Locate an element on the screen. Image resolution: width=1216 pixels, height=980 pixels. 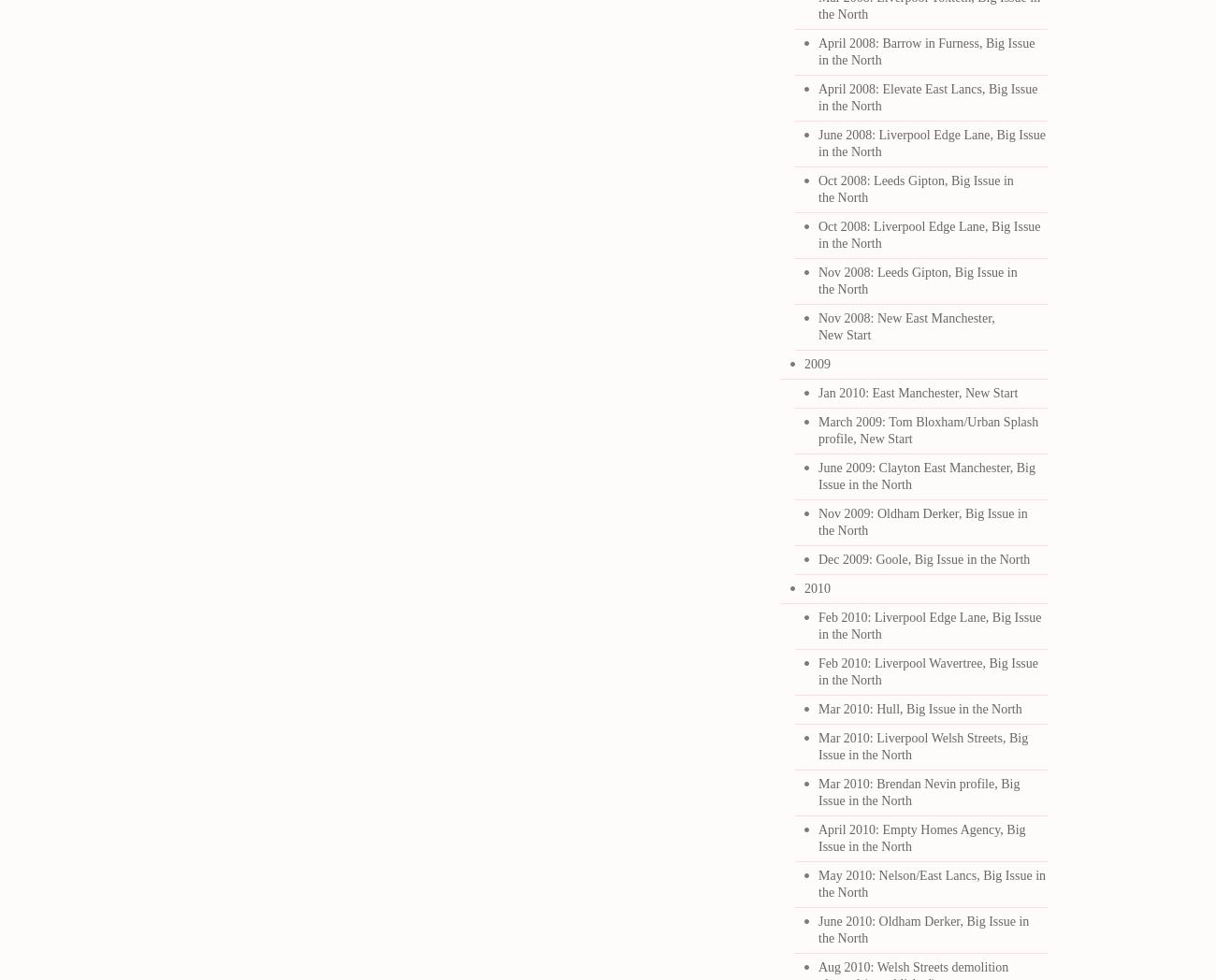
'Oct 2008: Liverpool Edge Lane, Big Issue in the North' is located at coordinates (928, 235).